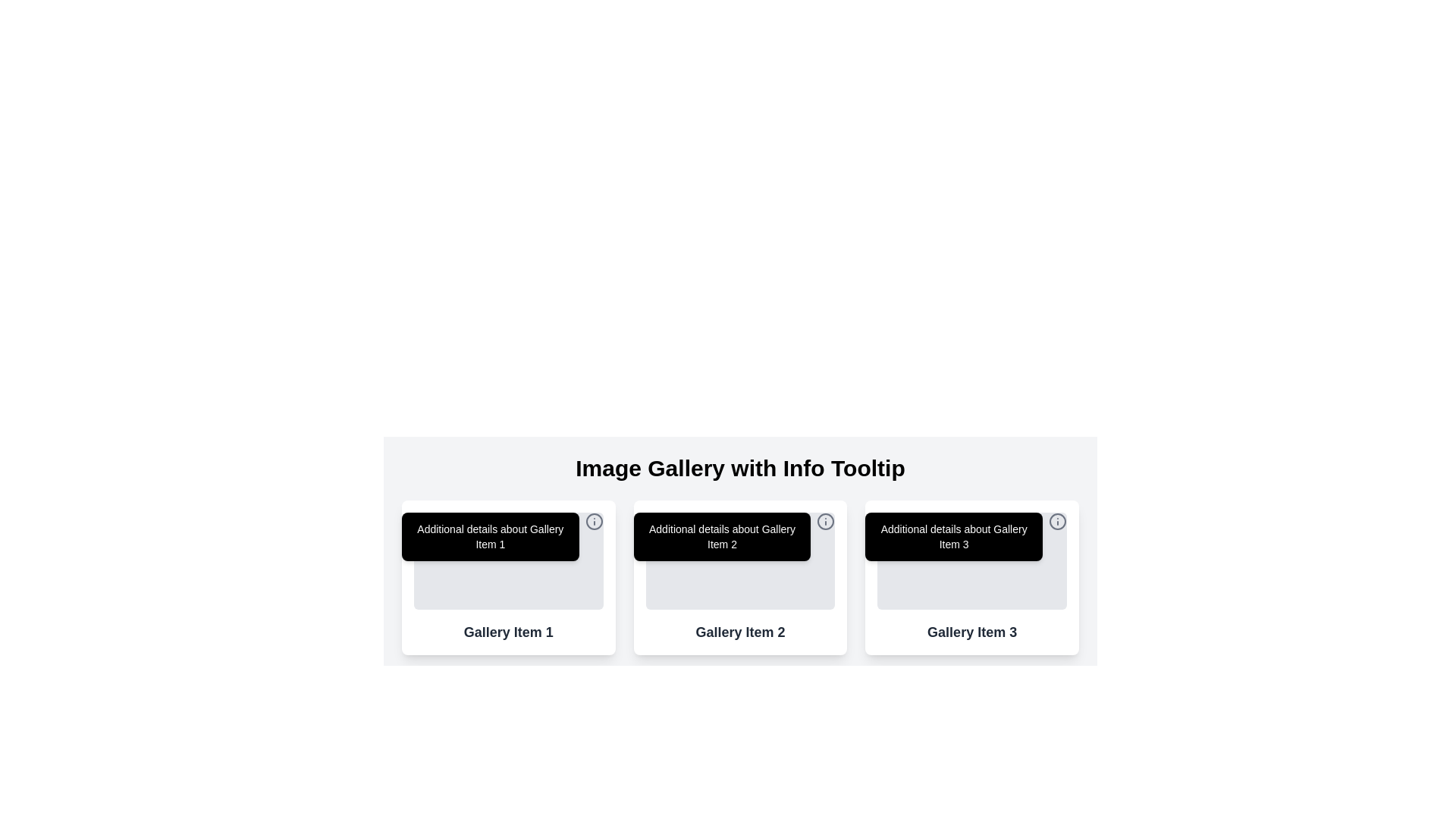 The width and height of the screenshot is (1456, 819). What do you see at coordinates (1057, 520) in the screenshot?
I see `the Circle SVG Element located at the top-right corner of the tooltip box for 'Gallery Item 3', which indicates an interactive area for accessing additional information` at bounding box center [1057, 520].